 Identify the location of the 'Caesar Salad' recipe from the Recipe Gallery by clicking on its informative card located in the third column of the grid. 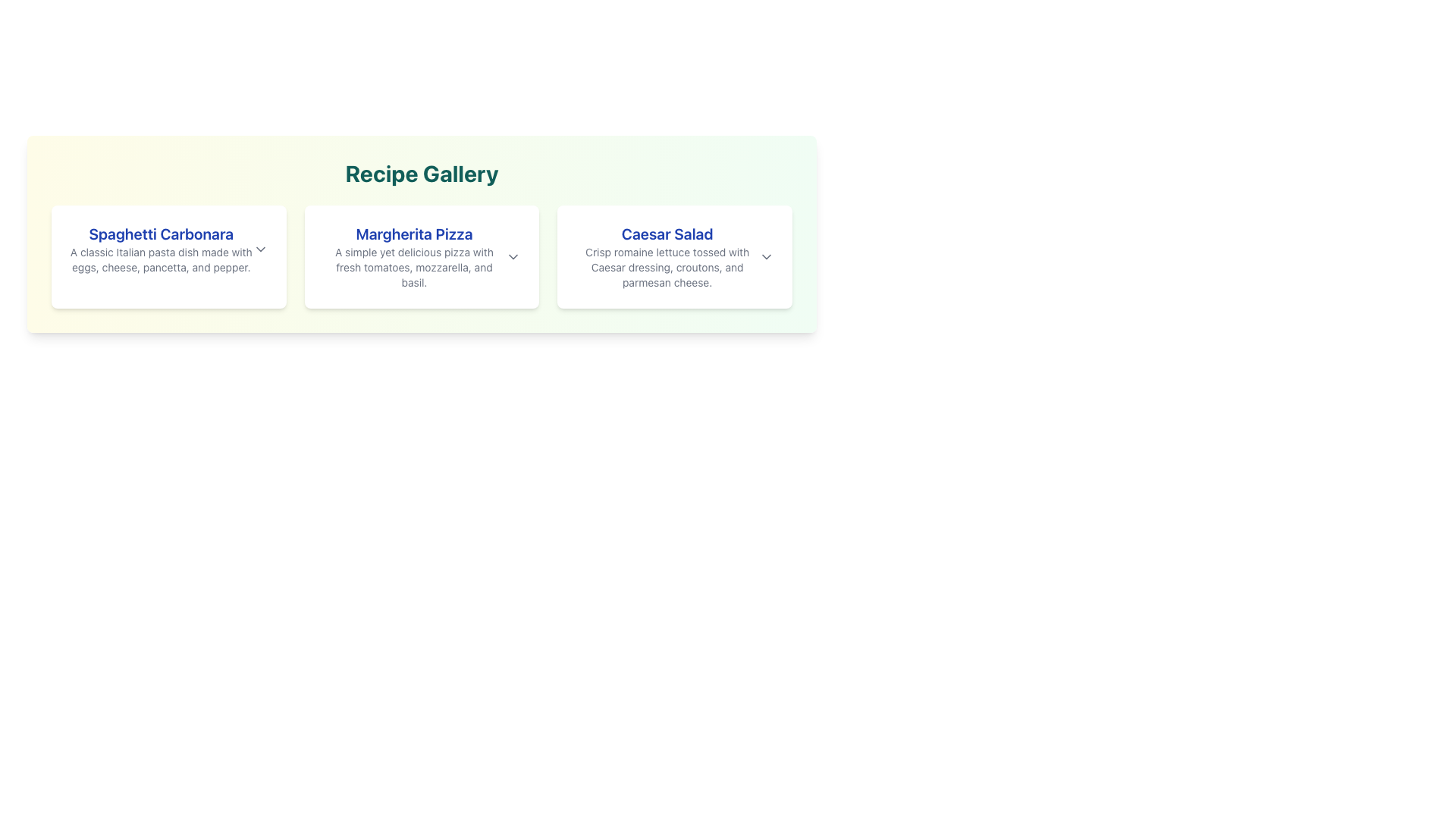
(667, 256).